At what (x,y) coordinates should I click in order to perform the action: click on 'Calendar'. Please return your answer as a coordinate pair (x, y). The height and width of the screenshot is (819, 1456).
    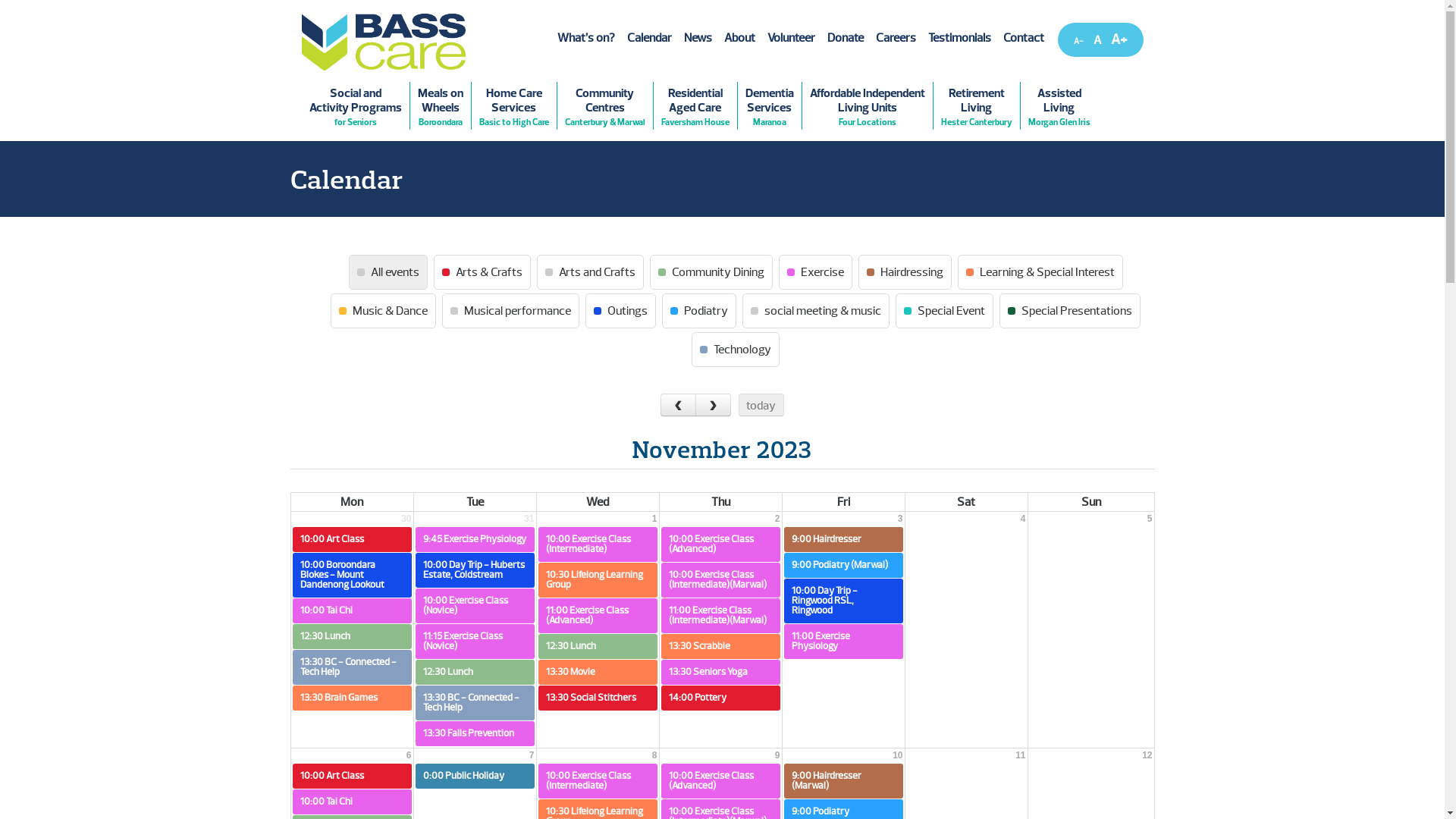
    Looking at the image, I should click on (620, 37).